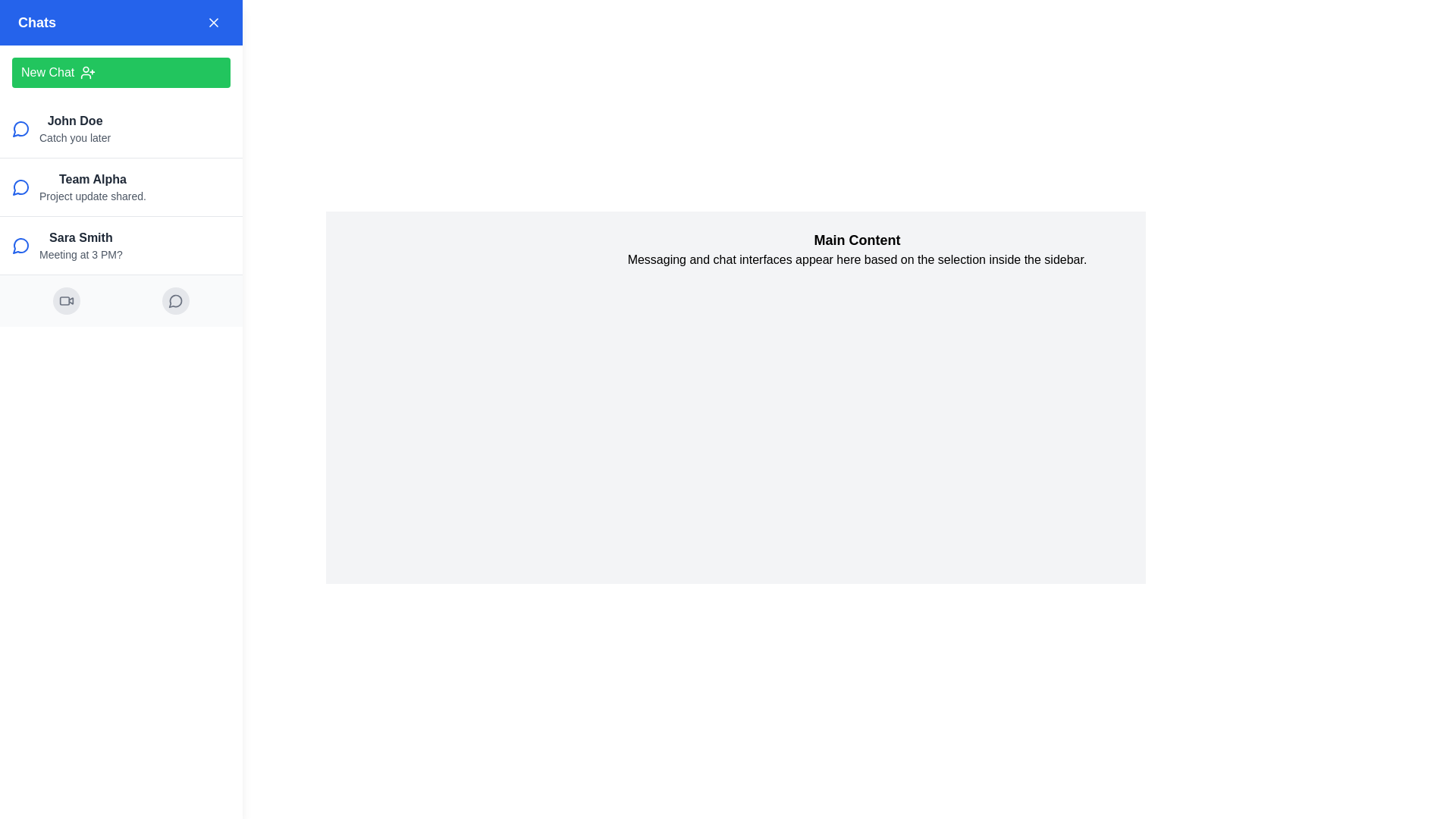 This screenshot has width=1456, height=819. Describe the element at coordinates (92, 186) in the screenshot. I see `the second chat entry text block labeled 'Team Alpha'` at that location.